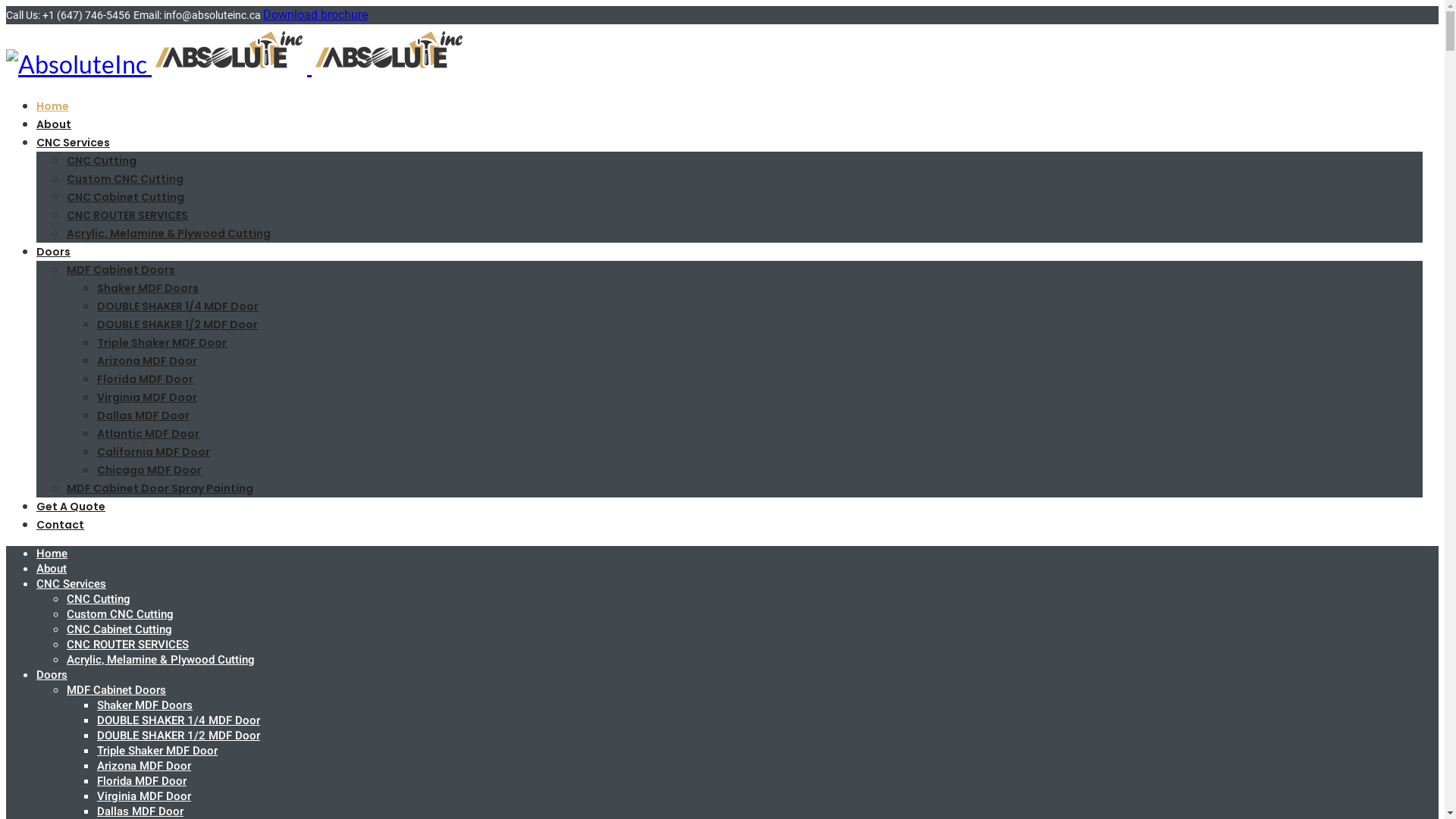  What do you see at coordinates (315, 14) in the screenshot?
I see `'Download brochure'` at bounding box center [315, 14].